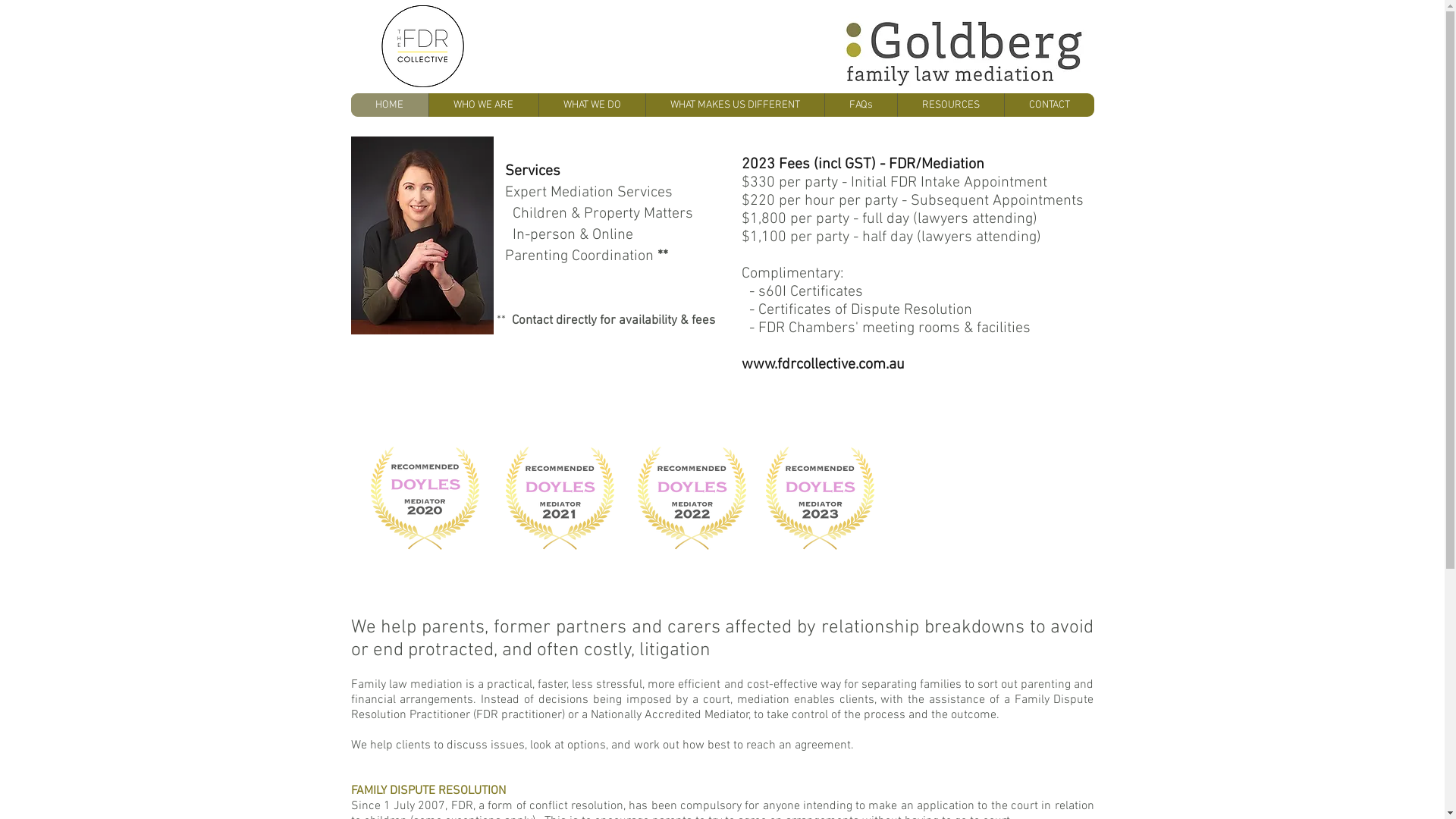  I want to click on 'CONTACT', so click(1048, 104).